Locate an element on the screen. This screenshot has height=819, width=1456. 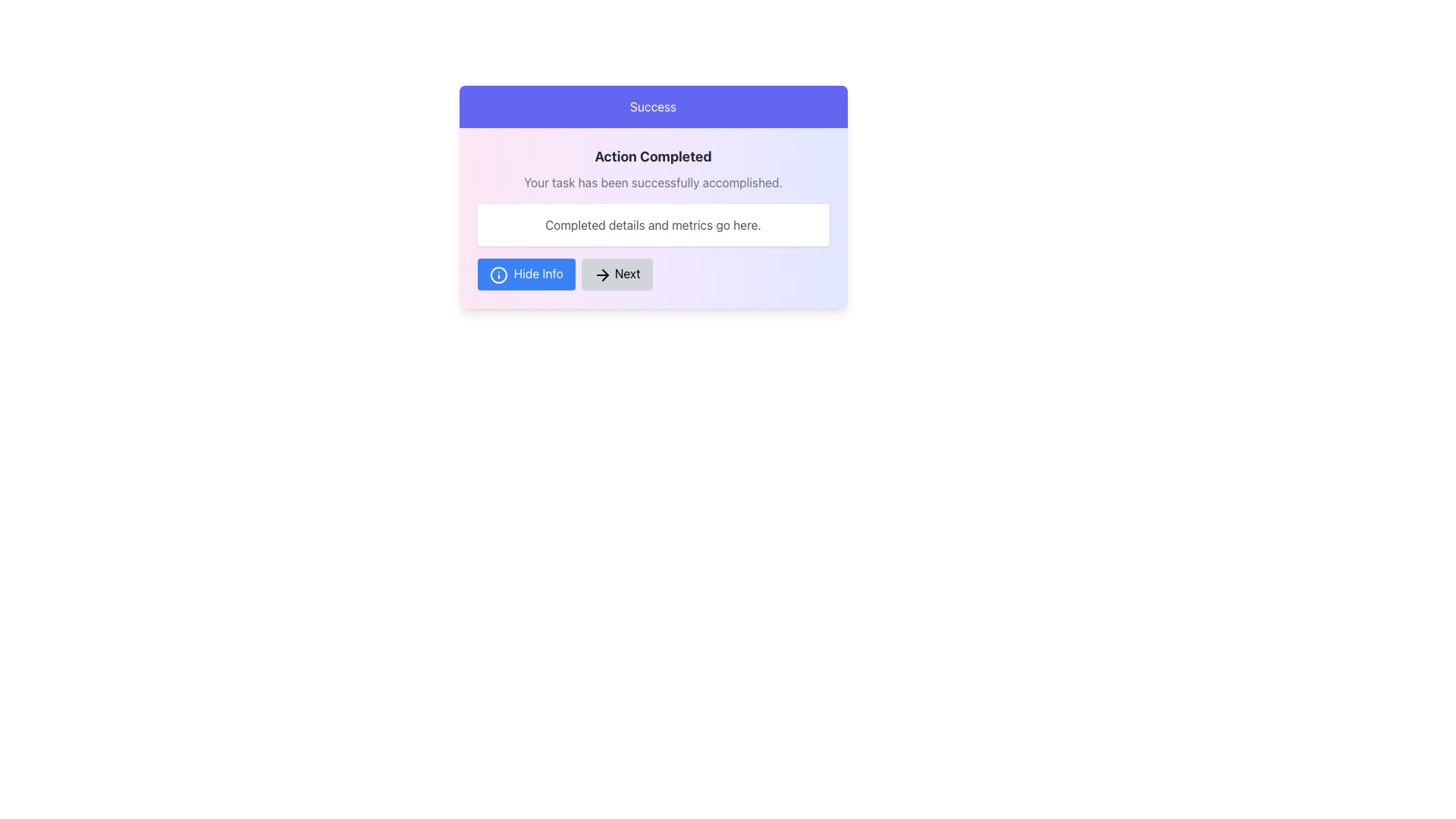
the arrowhead of the 'Next' button is located at coordinates (604, 275).